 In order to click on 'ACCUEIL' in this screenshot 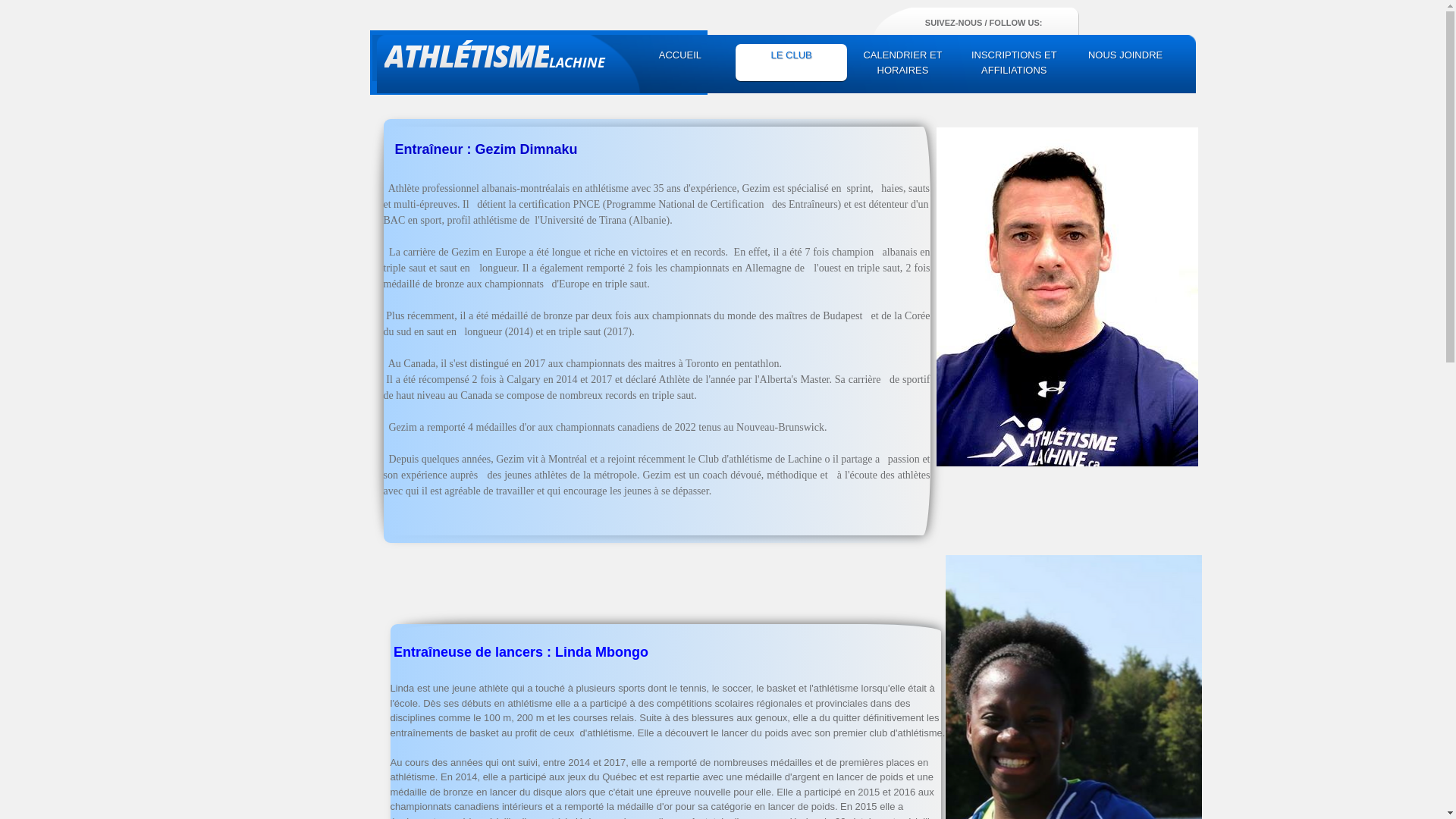, I will do `click(679, 55)`.